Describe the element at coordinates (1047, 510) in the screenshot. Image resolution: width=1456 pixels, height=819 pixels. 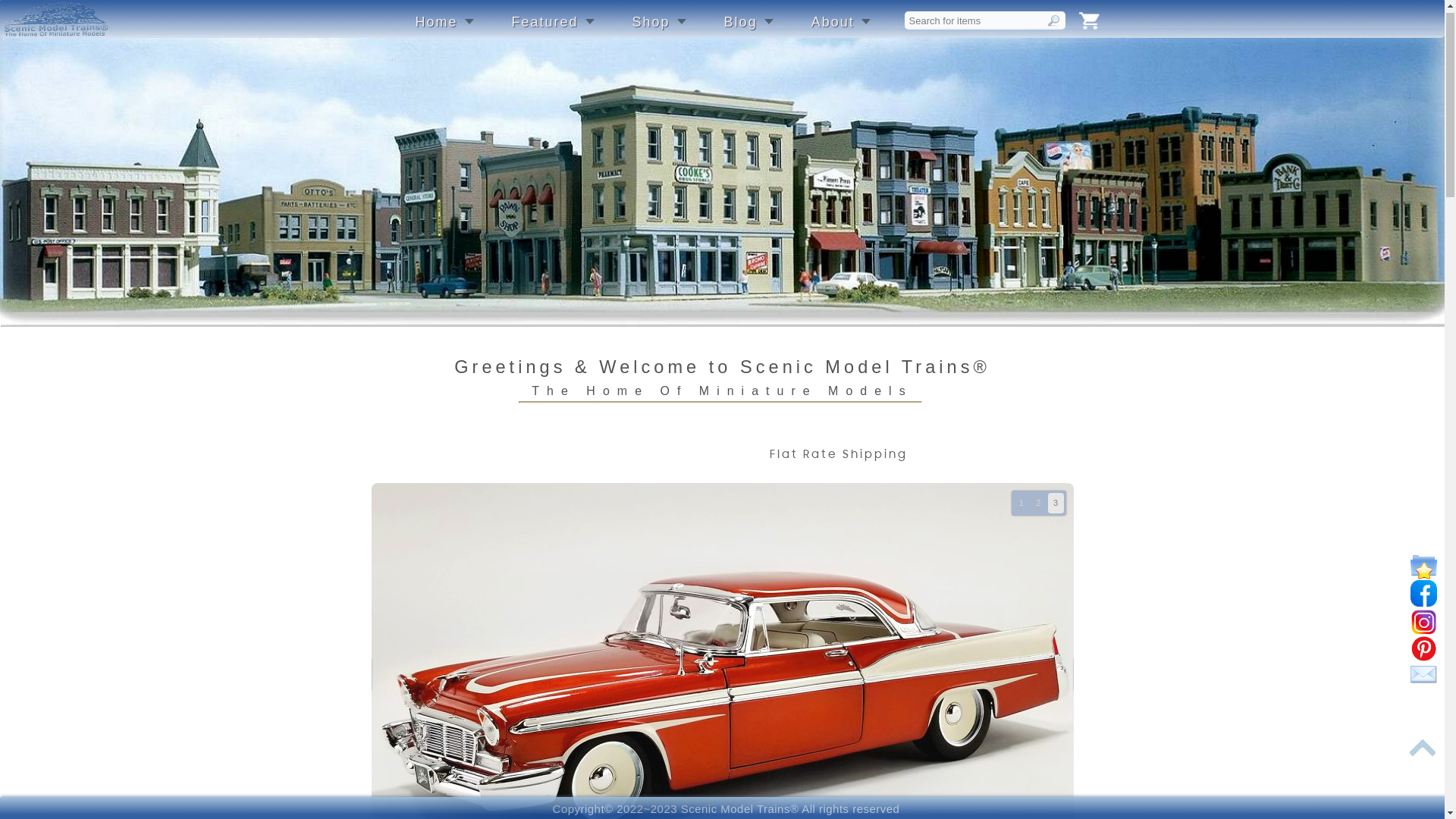
I see `'3'` at that location.